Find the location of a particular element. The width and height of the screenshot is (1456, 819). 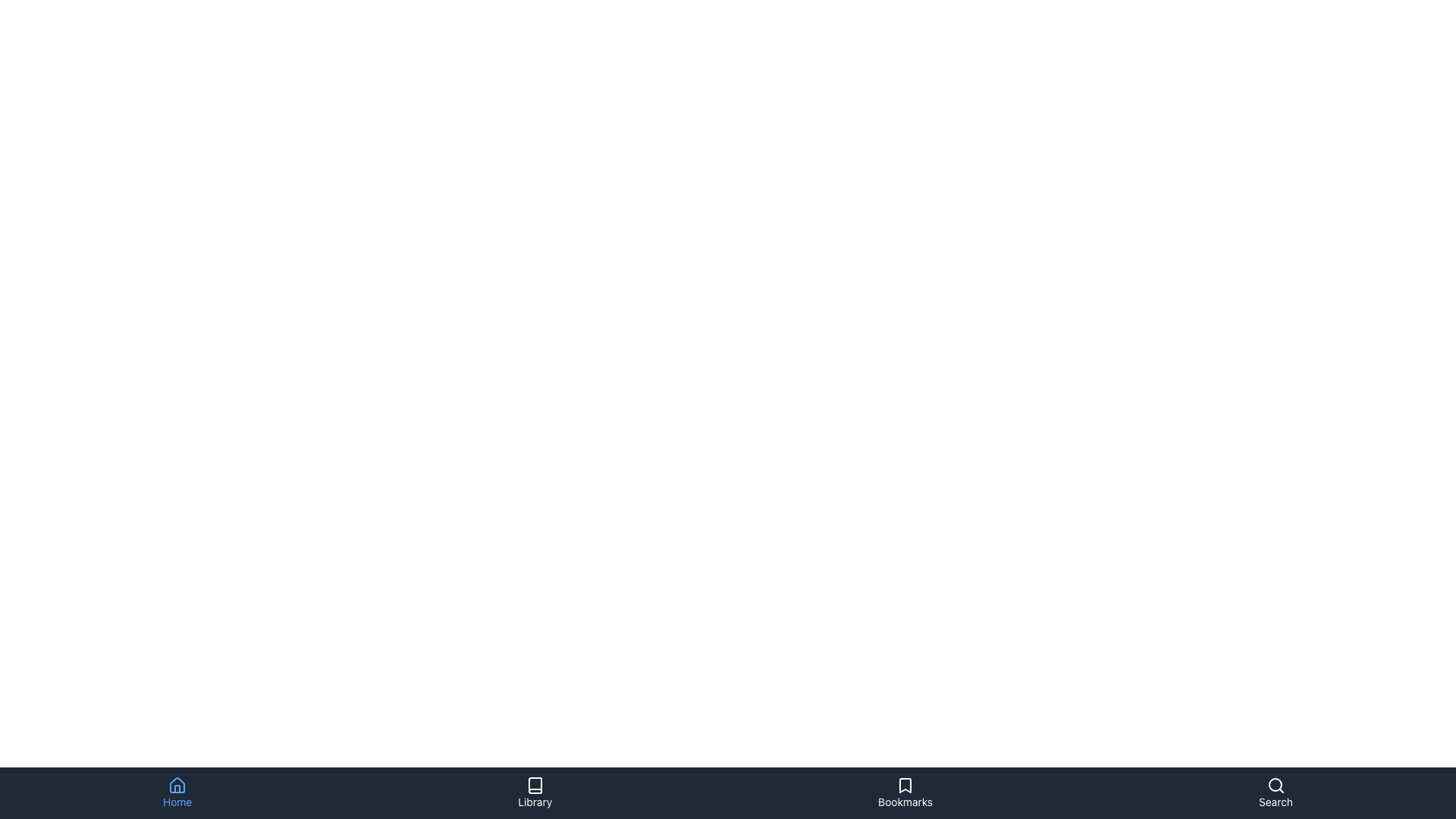

the 'Bookmarks' icon in the bottom navigation bar is located at coordinates (905, 785).